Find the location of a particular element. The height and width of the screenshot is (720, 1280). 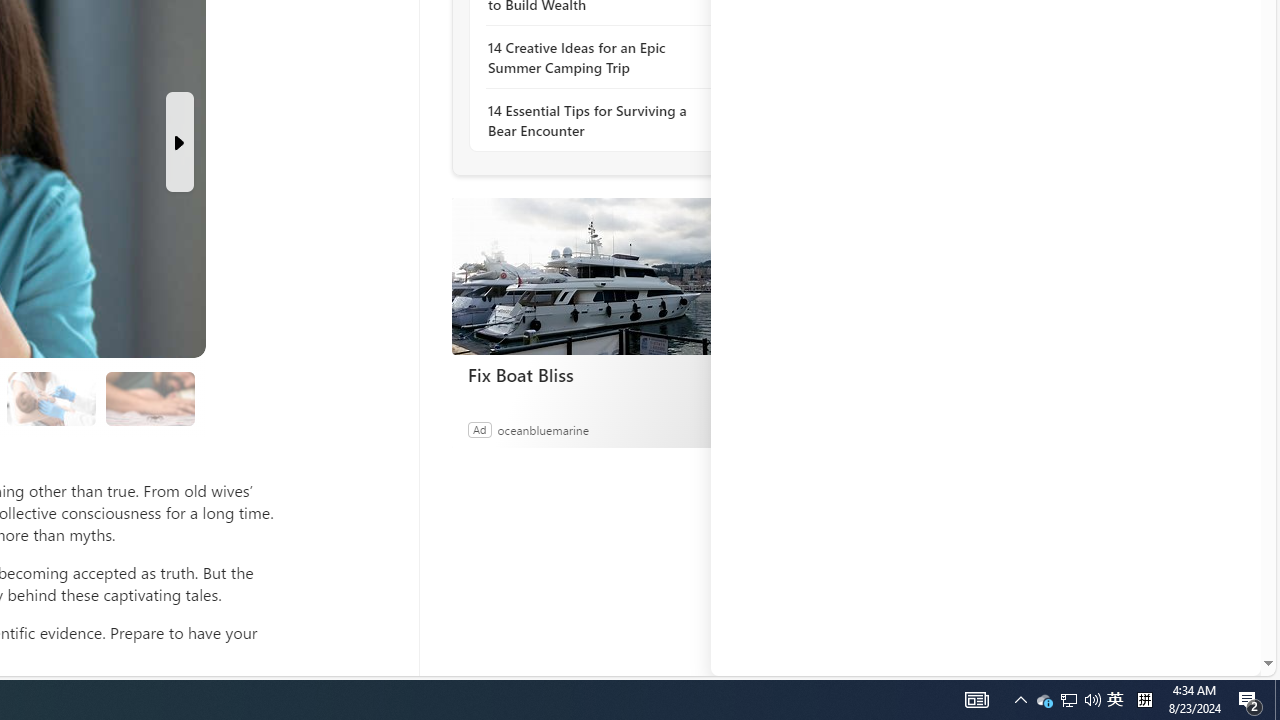

'oceanbluemarine' is located at coordinates (542, 428).